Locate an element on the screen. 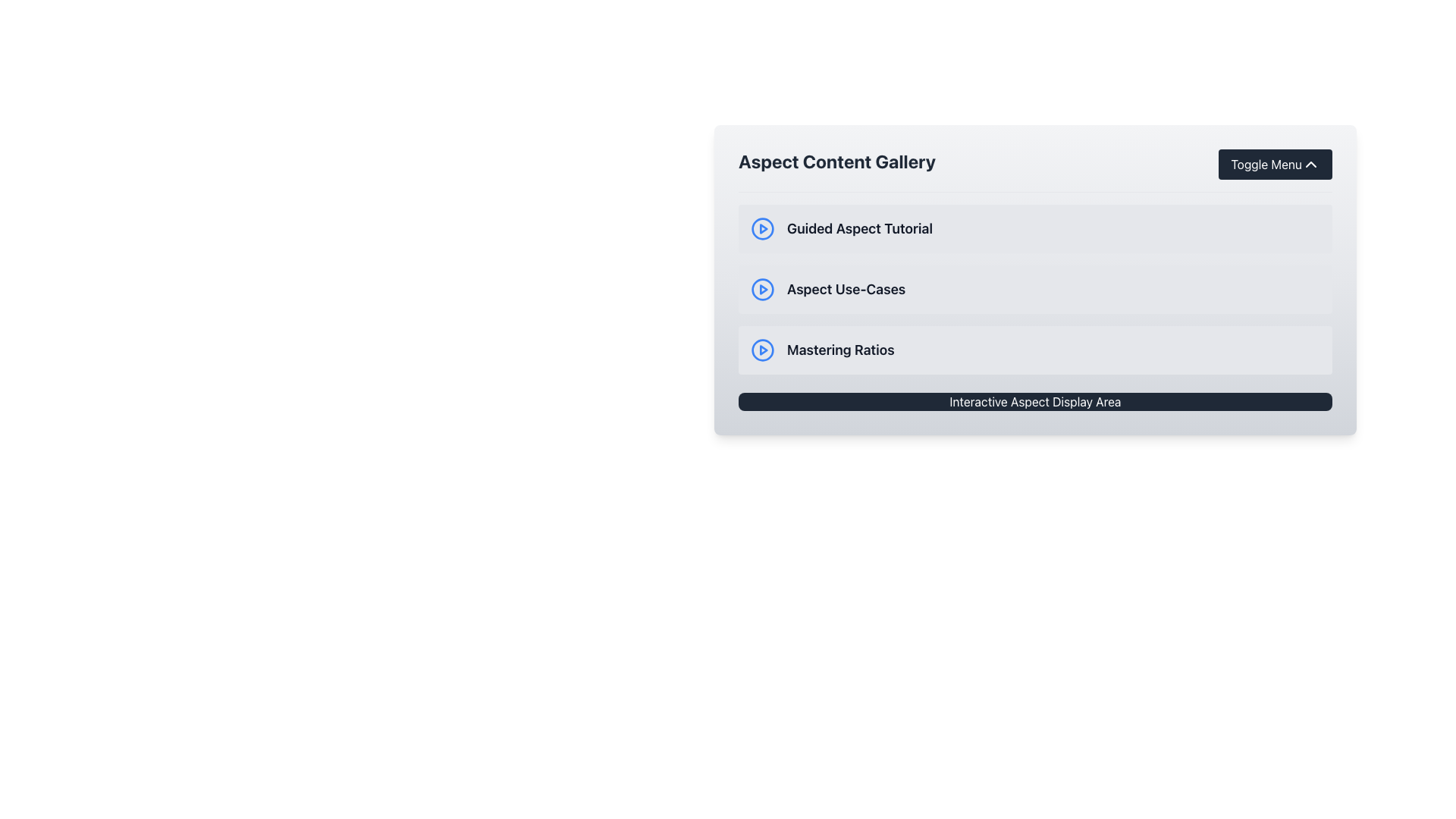 Image resolution: width=1456 pixels, height=819 pixels. the 'Guided Aspect Tutorial' text label, which is styled in a bold and large font and represents a main heading in the list of options is located at coordinates (859, 228).